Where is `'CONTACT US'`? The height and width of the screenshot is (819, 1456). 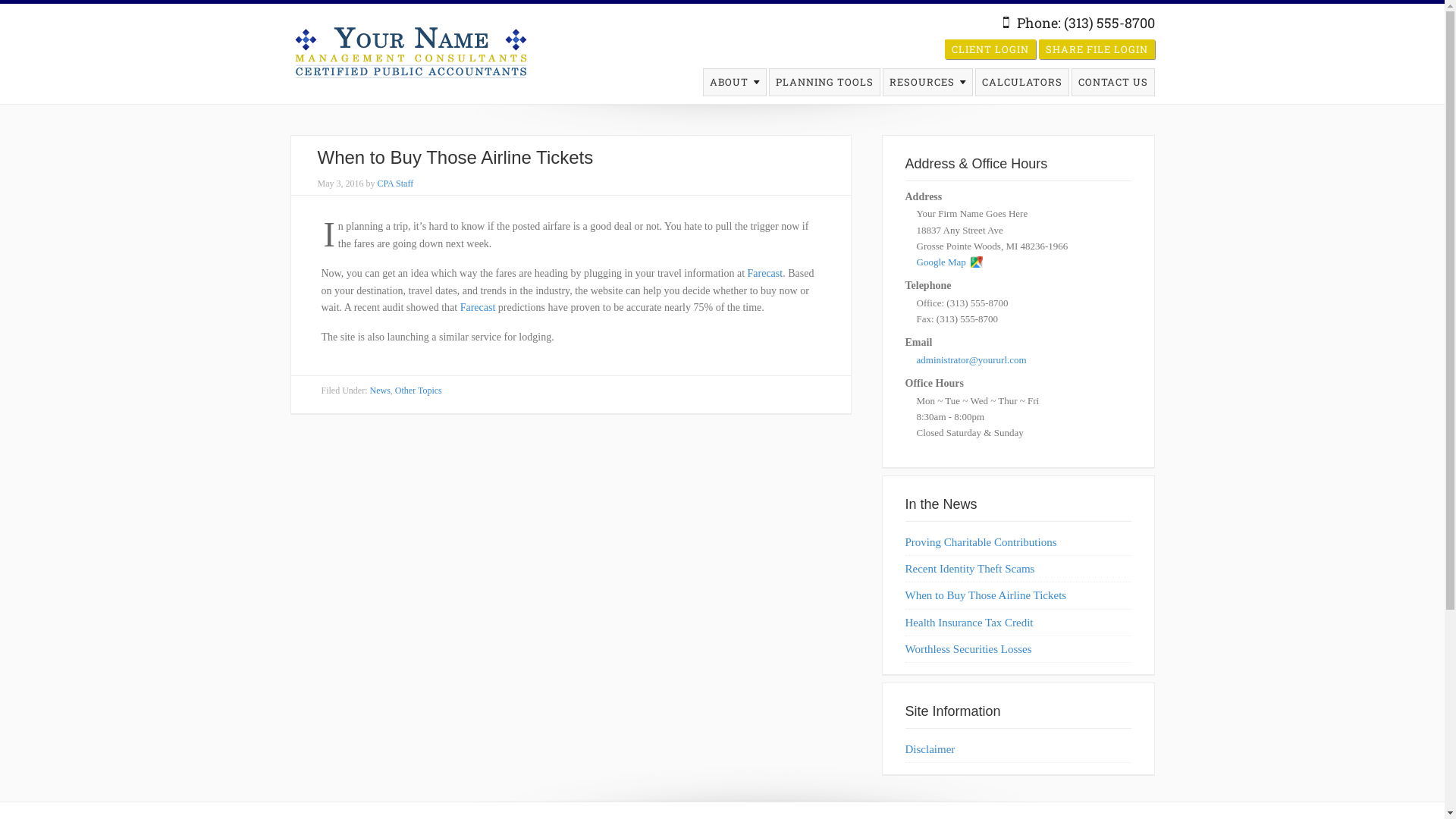 'CONTACT US' is located at coordinates (1113, 82).